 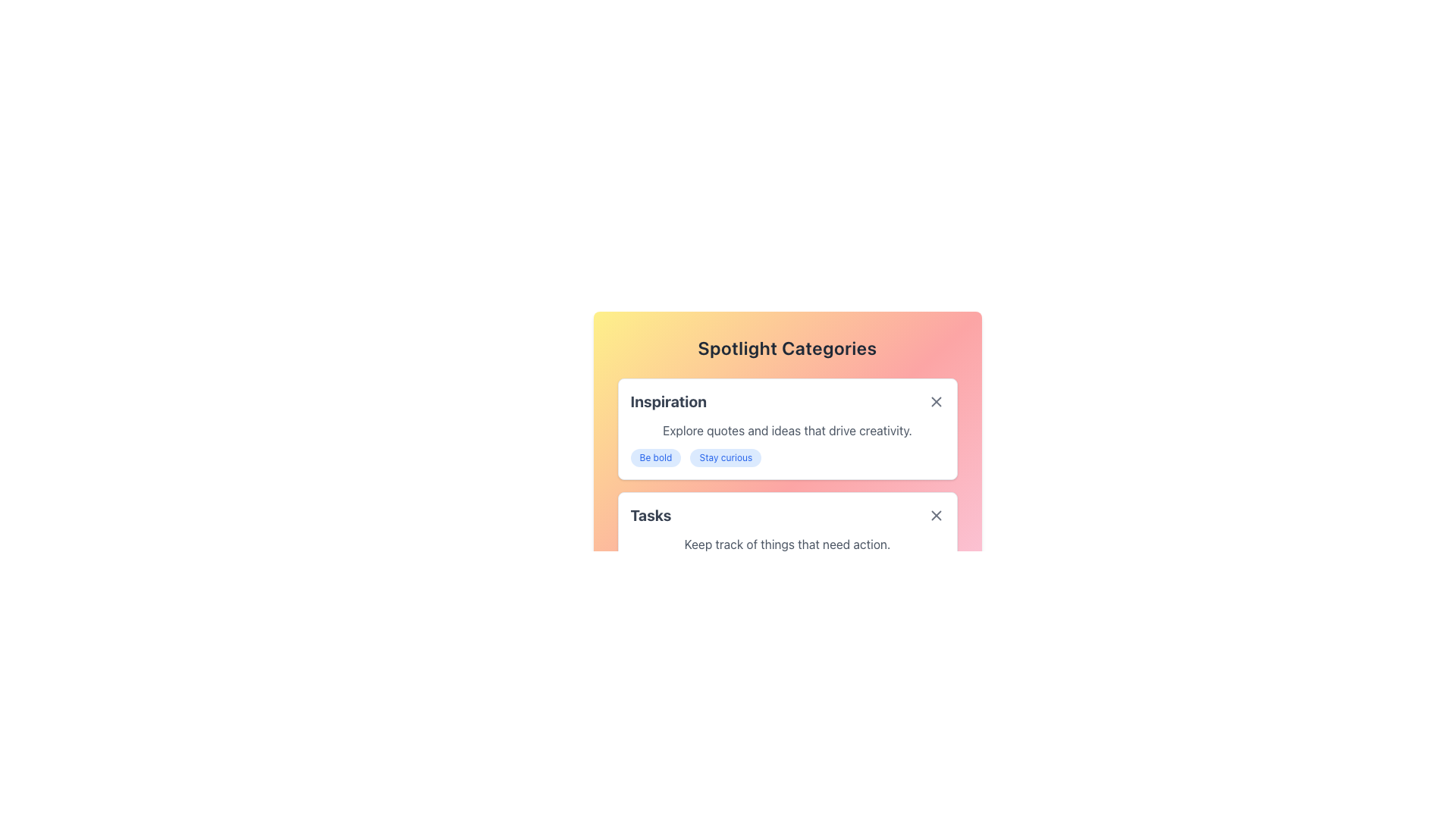 I want to click on the Text Label that serves as the title for the section within the 'Spotlight Categories' card, so click(x=667, y=400).